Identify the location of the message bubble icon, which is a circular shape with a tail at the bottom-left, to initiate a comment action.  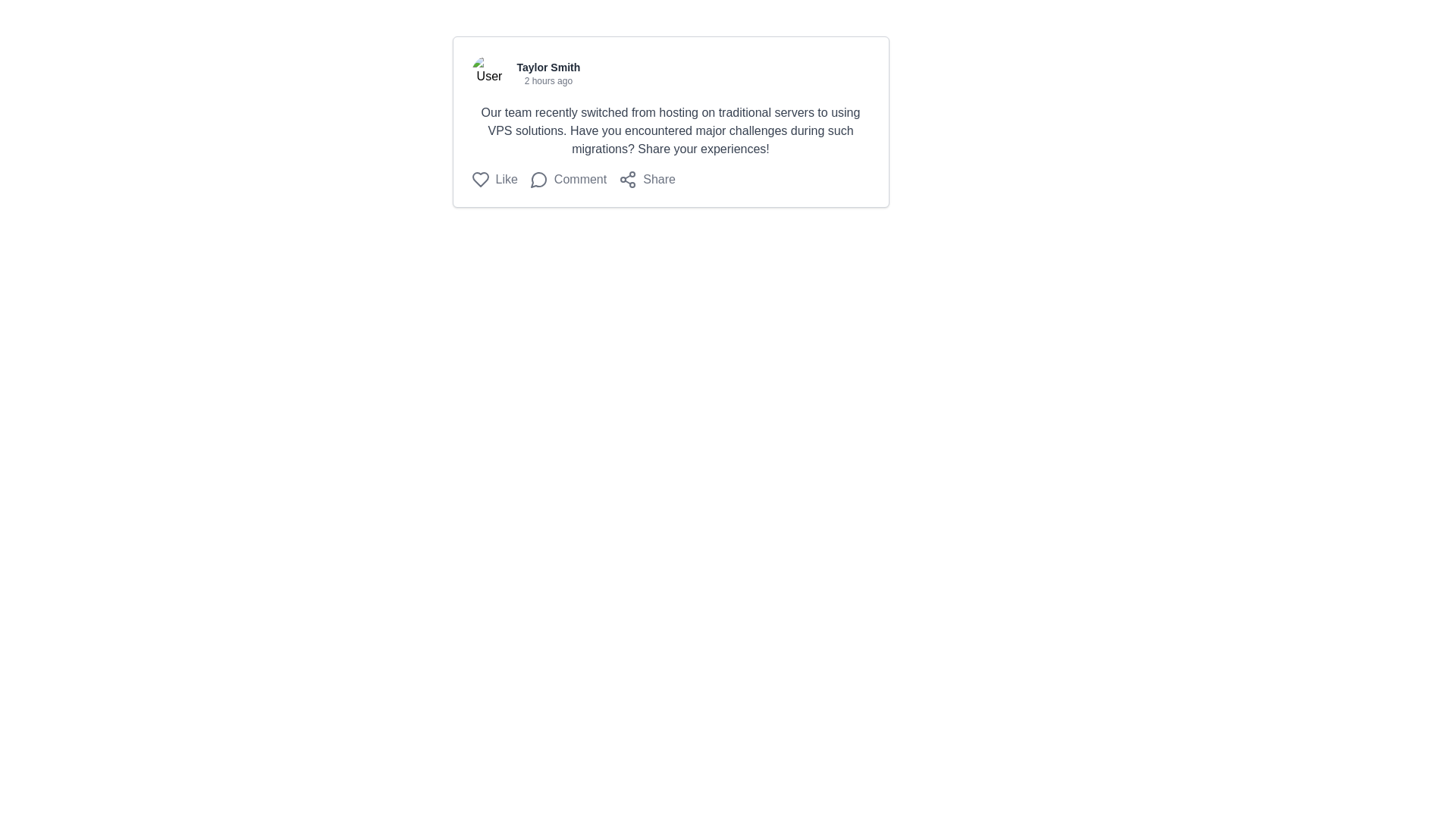
(538, 179).